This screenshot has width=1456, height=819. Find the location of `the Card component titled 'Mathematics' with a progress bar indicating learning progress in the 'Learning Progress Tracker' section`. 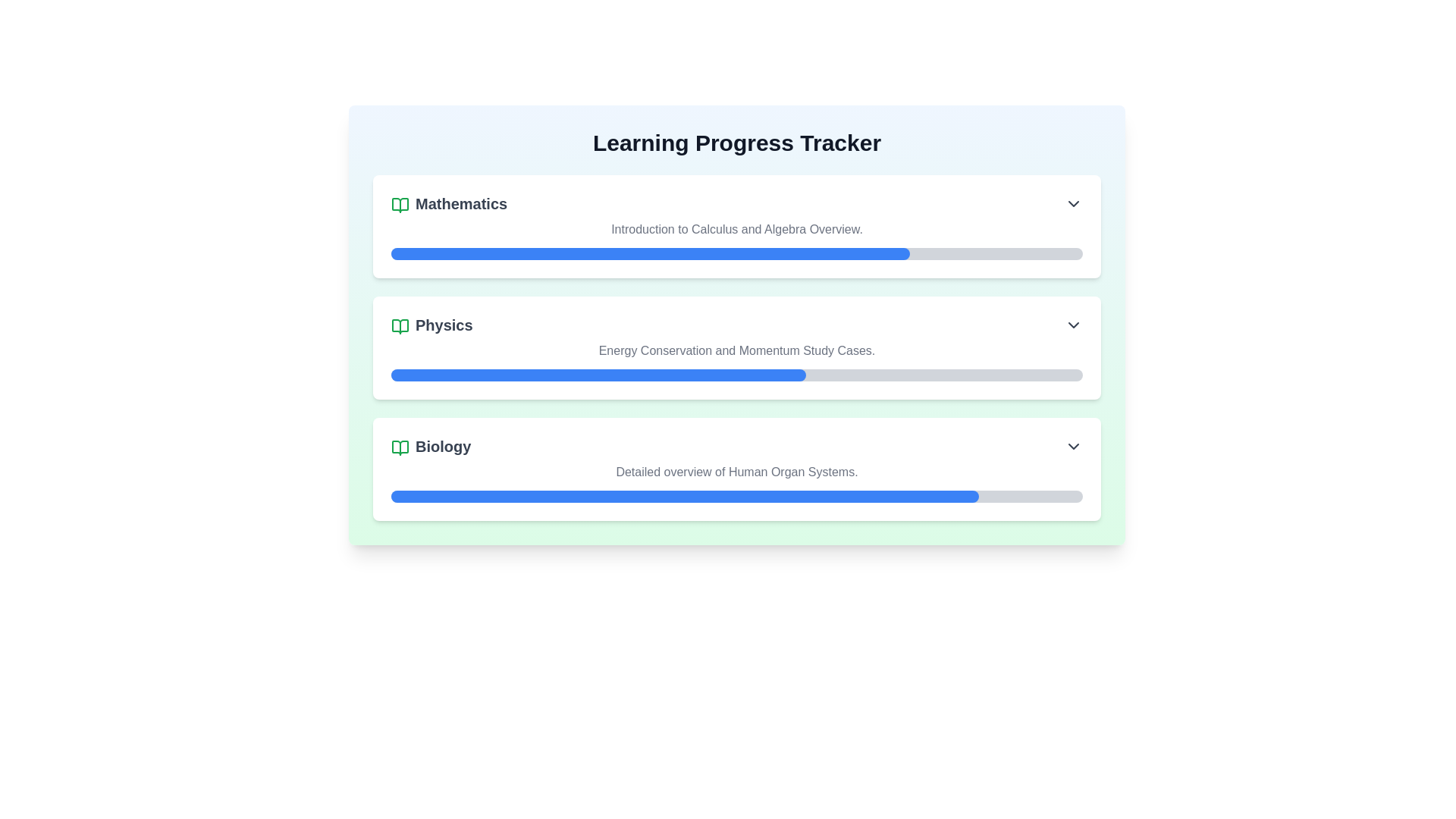

the Card component titled 'Mathematics' with a progress bar indicating learning progress in the 'Learning Progress Tracker' section is located at coordinates (736, 227).